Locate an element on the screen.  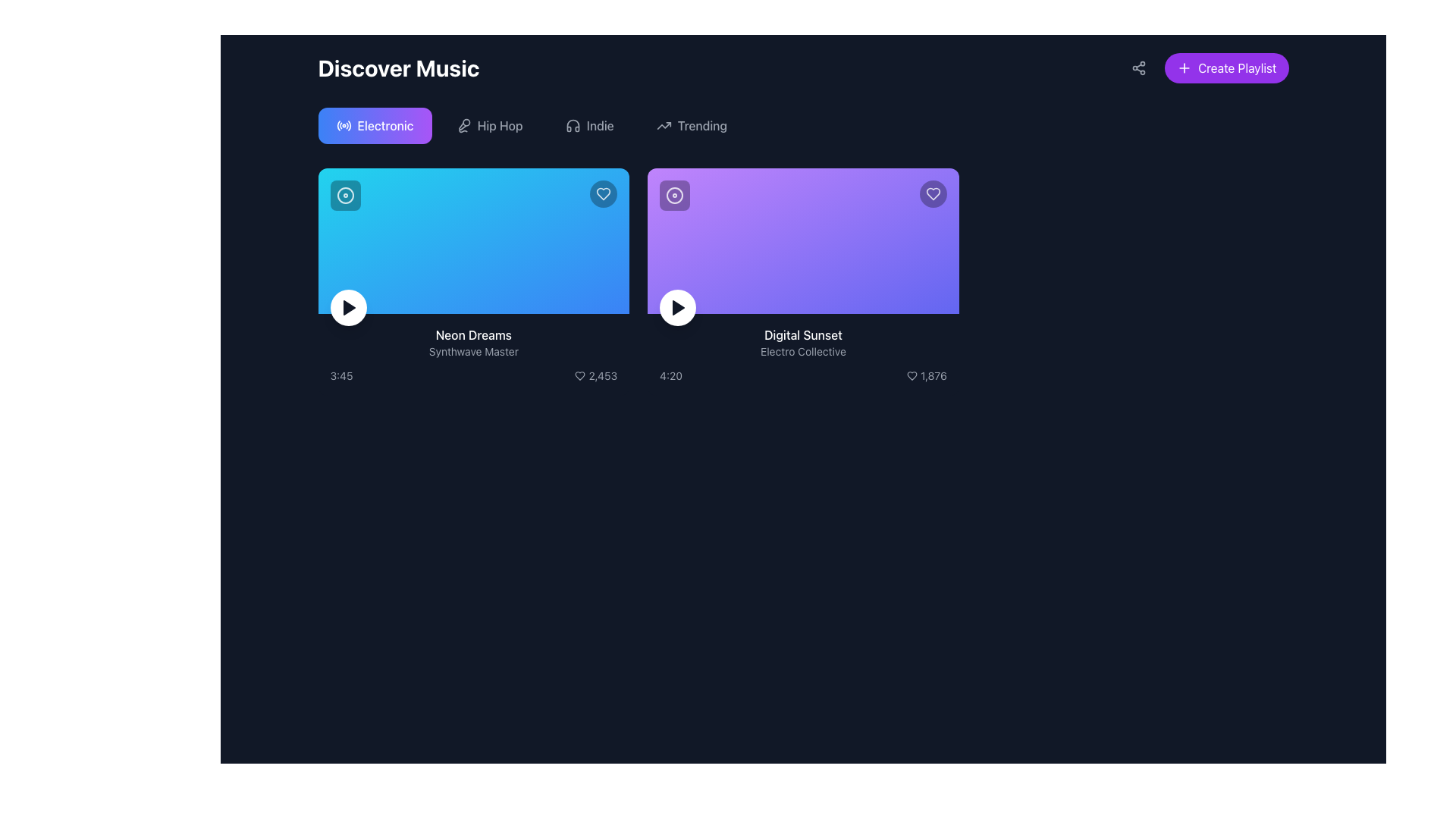
the text label component of the 'Create Playlist' button is located at coordinates (1237, 67).